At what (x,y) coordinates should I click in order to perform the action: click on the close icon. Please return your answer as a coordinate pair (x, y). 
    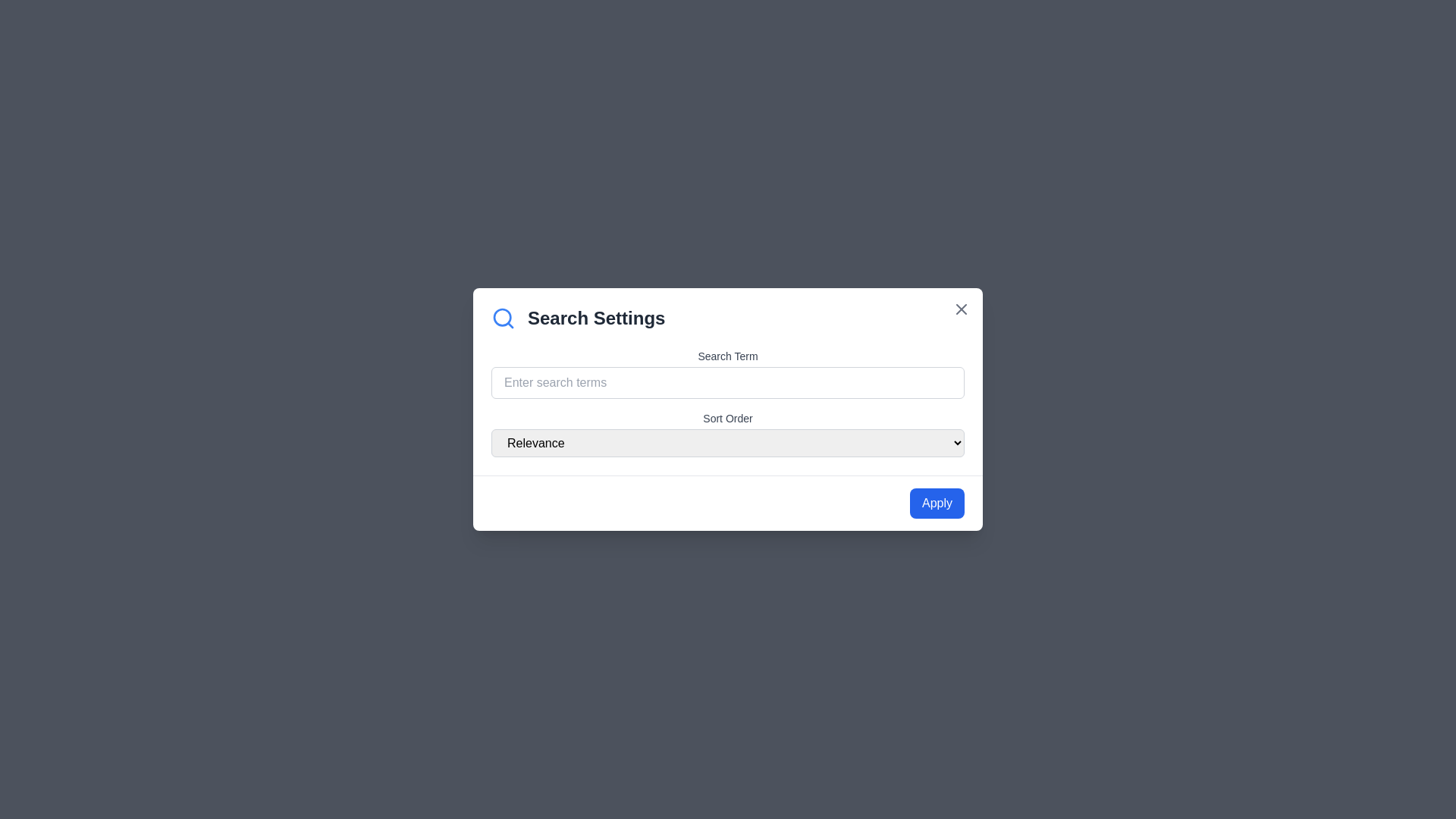
    Looking at the image, I should click on (960, 309).